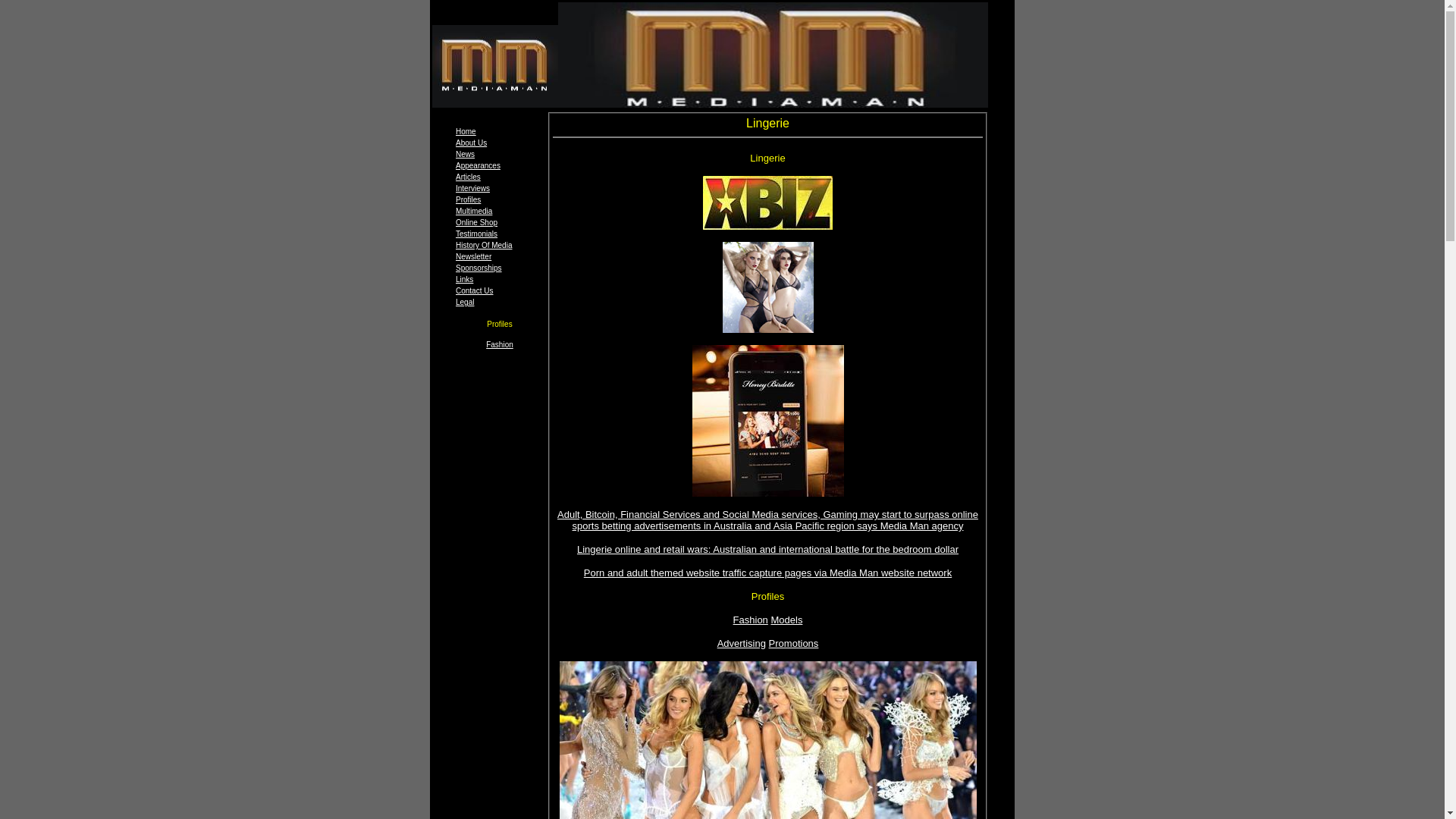 This screenshot has width=1456, height=819. I want to click on 'Sponsorships', so click(478, 267).